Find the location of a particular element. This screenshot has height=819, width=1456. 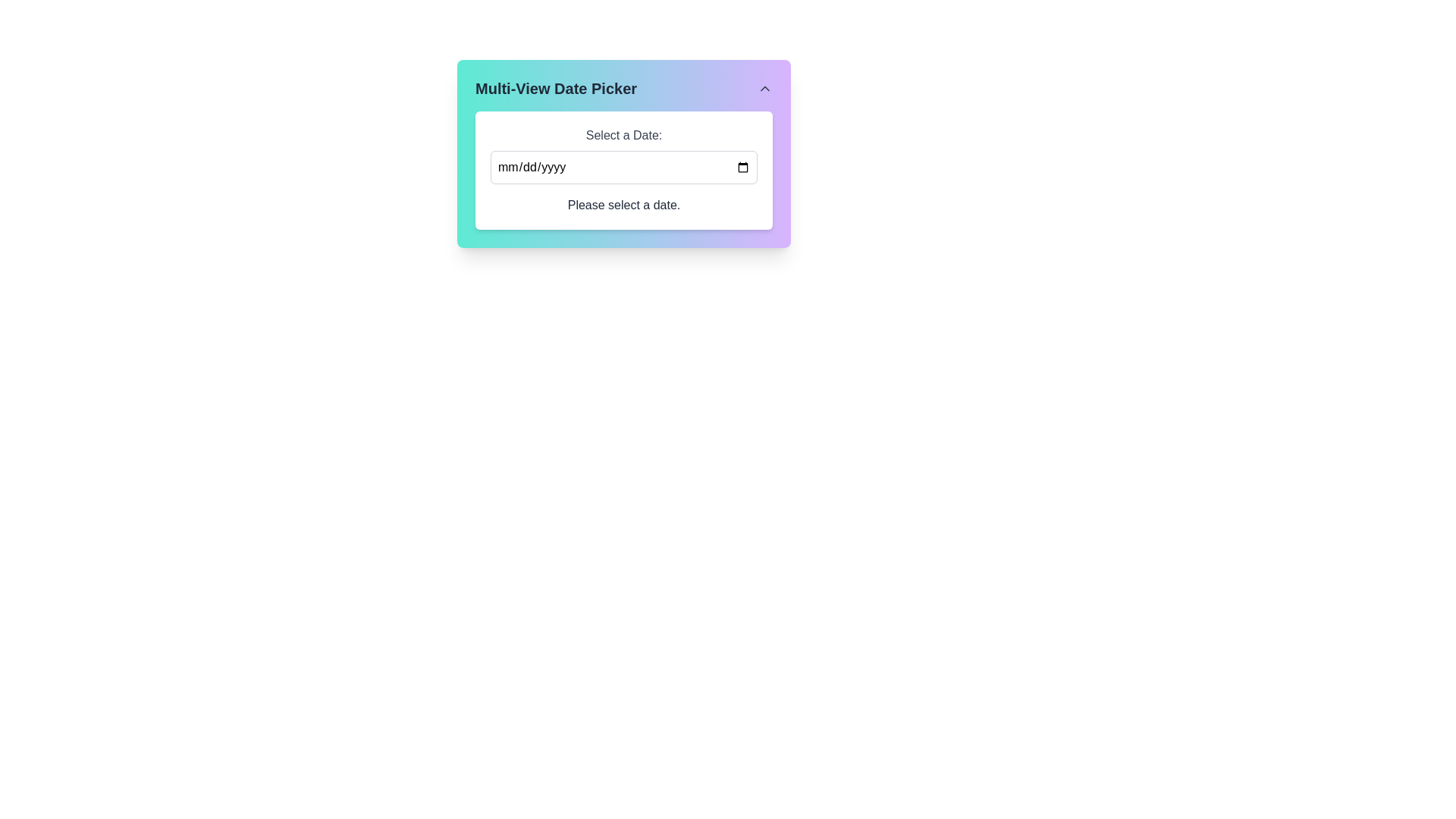

the rectangular date input field labeled 'Select a Date' is located at coordinates (623, 167).